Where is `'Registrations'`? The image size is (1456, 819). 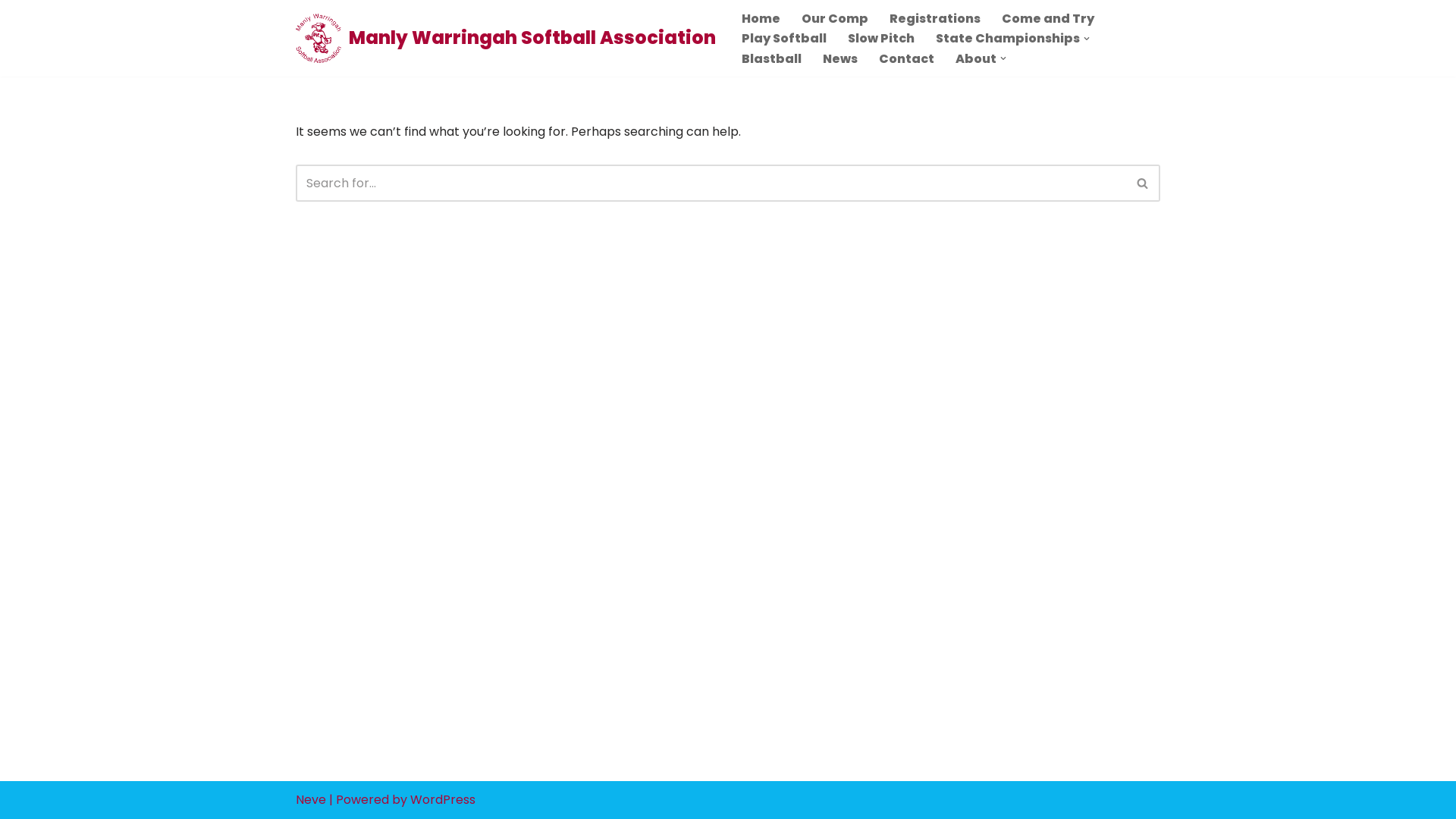 'Registrations' is located at coordinates (889, 18).